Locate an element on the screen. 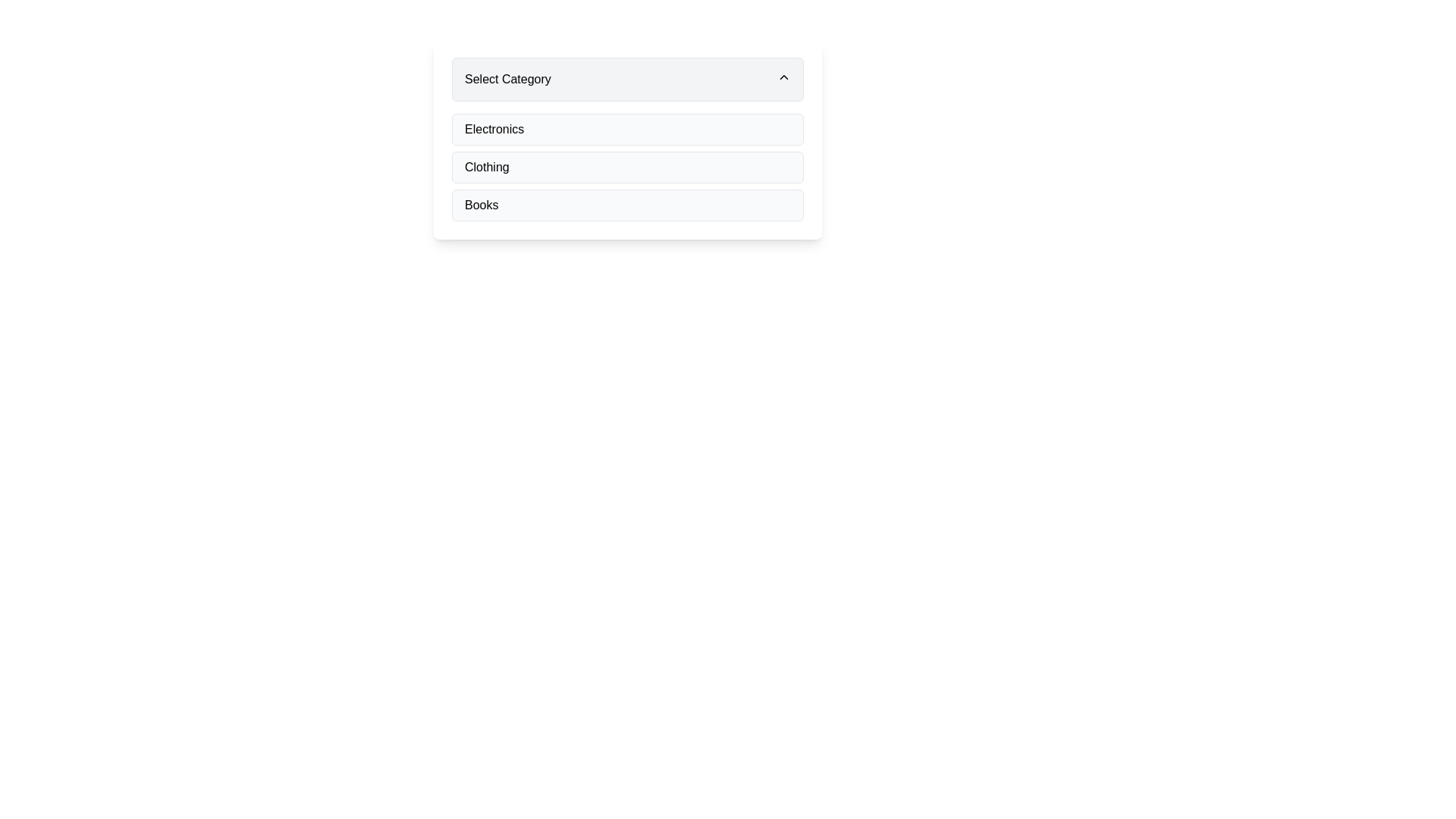  the Chevron-Up symbol icon located at the far right side of the dropdown header labeled 'Select Category' to check if it highlights, indicating interactivity is located at coordinates (783, 77).